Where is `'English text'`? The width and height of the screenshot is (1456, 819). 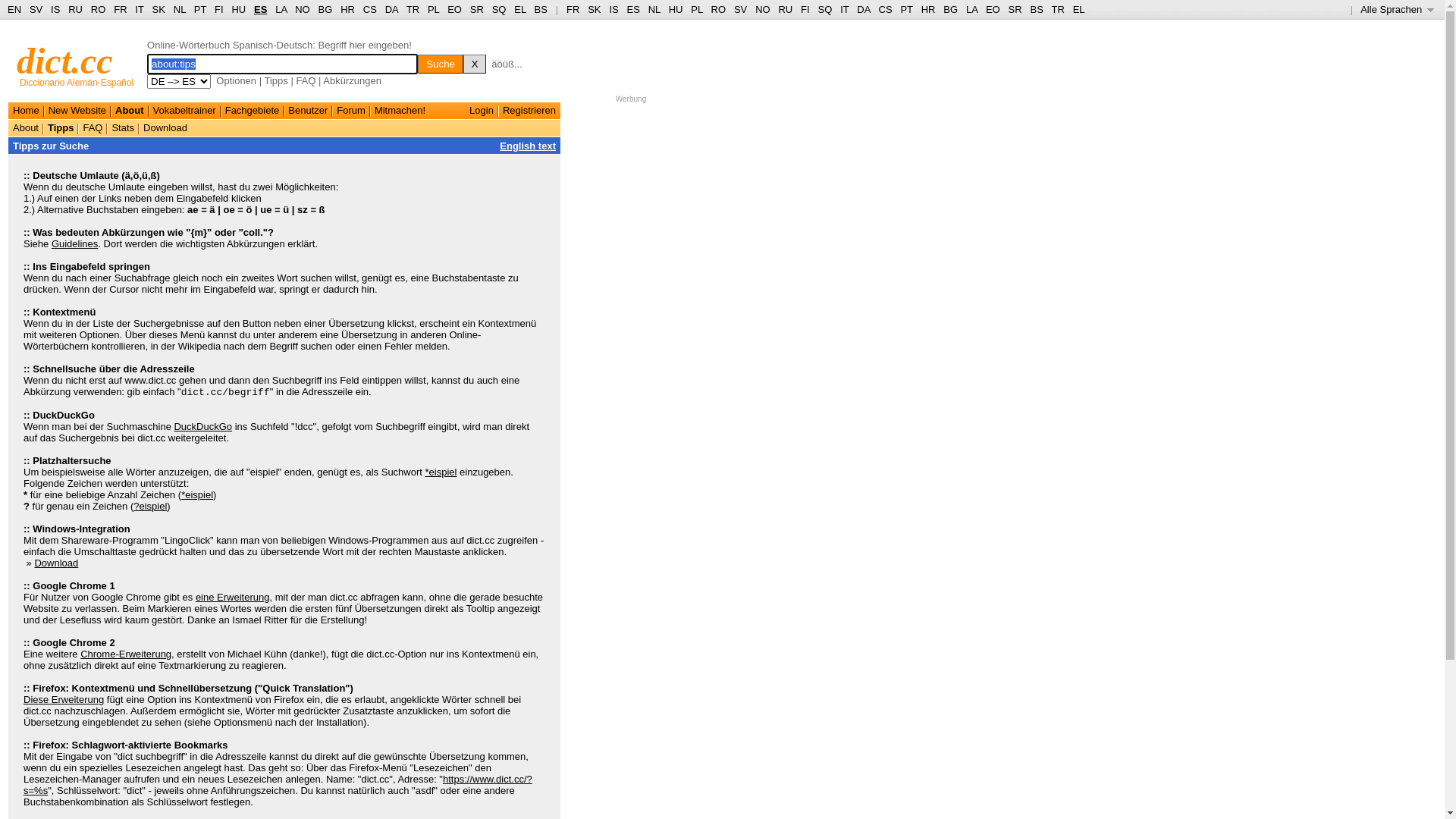 'English text' is located at coordinates (528, 145).